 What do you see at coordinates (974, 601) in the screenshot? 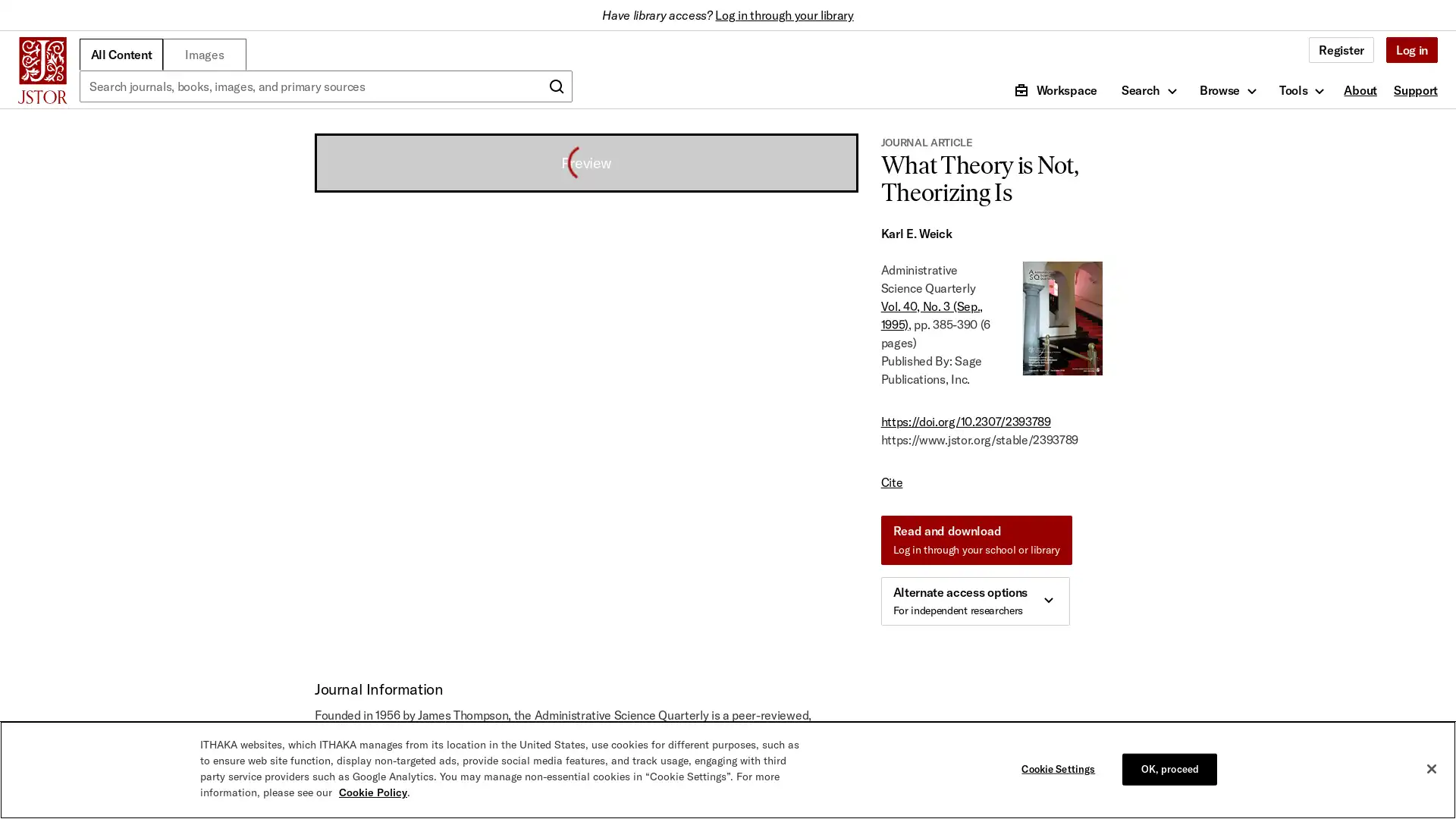
I see `Alternate access options For independent researchers` at bounding box center [974, 601].